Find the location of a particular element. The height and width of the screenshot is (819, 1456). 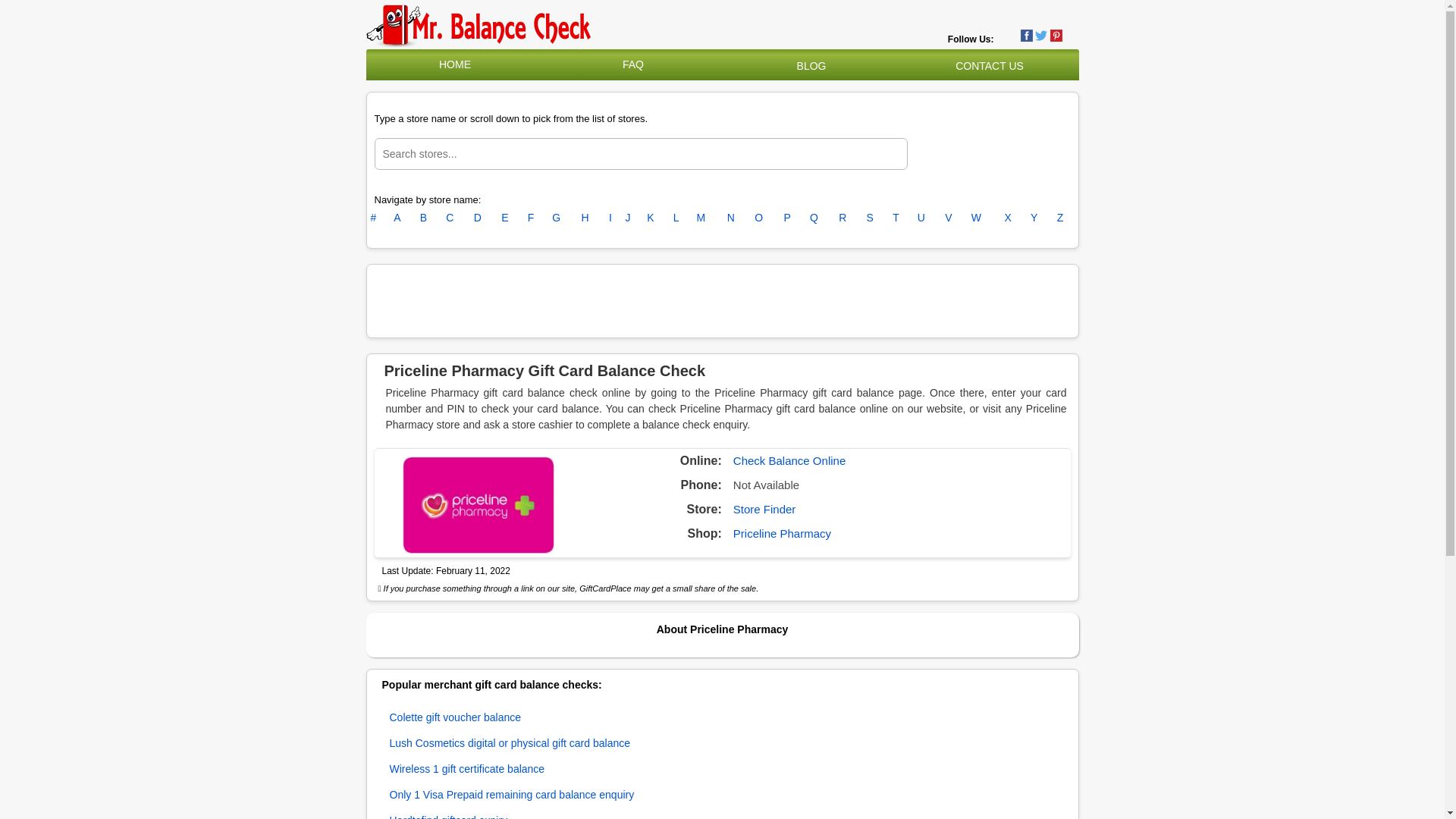

'G' is located at coordinates (555, 217).